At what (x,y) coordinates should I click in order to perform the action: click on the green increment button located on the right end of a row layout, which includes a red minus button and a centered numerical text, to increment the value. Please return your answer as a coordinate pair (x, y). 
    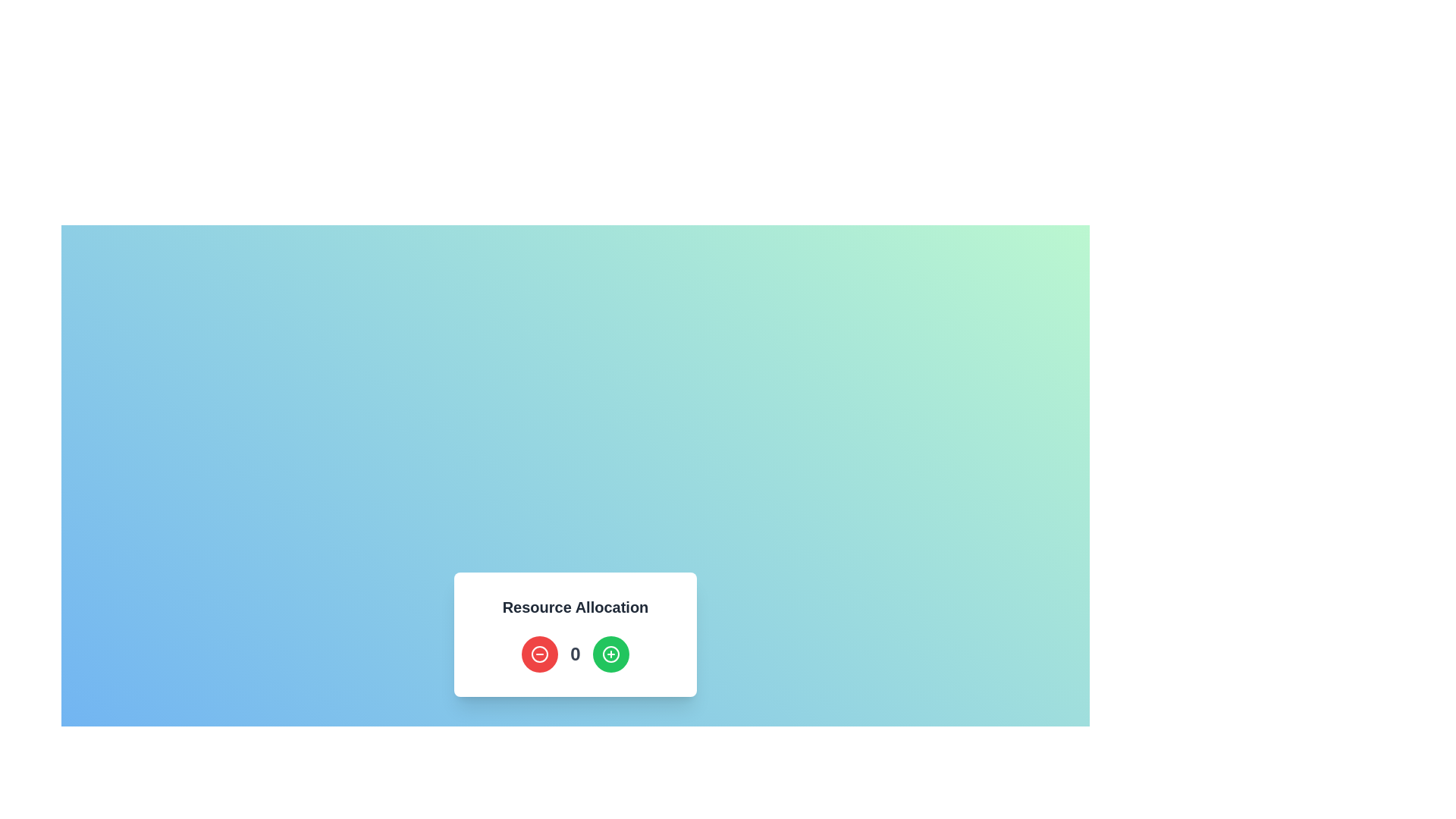
    Looking at the image, I should click on (610, 654).